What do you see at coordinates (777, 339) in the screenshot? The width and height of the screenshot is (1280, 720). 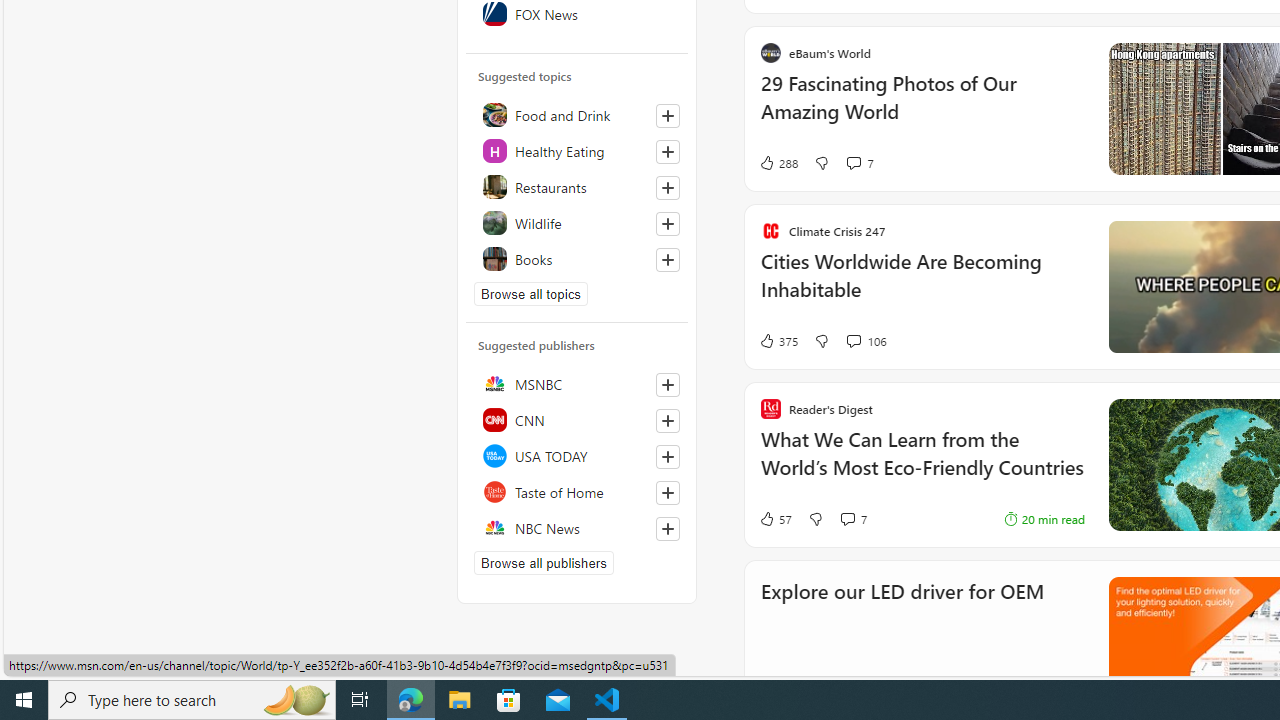 I see `'375 Like'` at bounding box center [777, 339].